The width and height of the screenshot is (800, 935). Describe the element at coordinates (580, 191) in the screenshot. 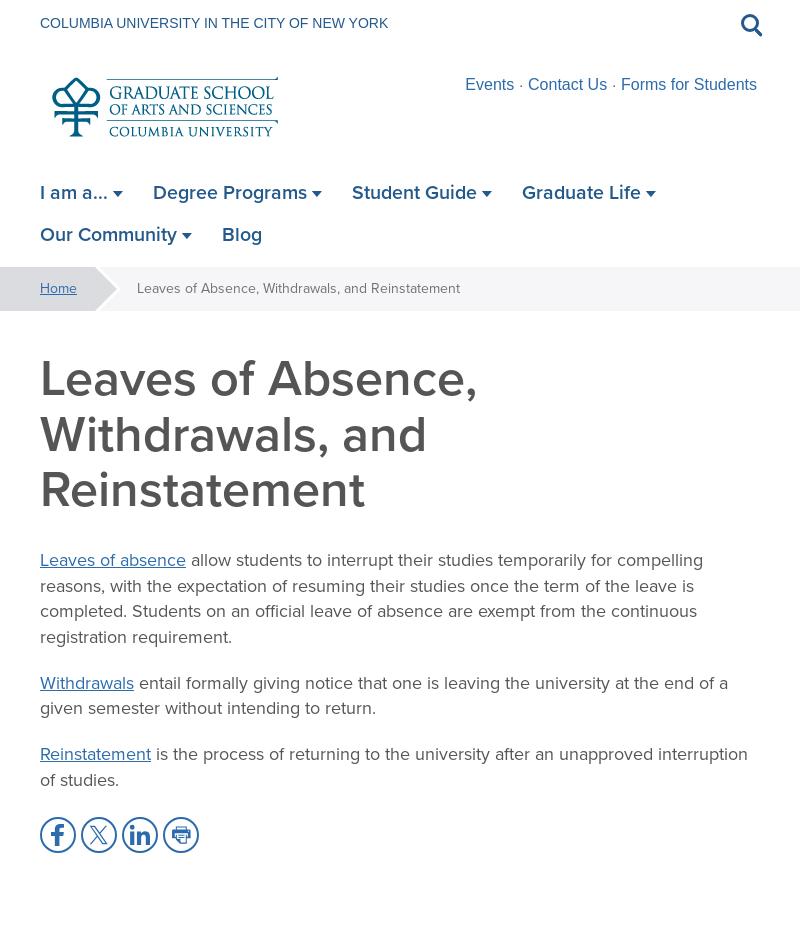

I see `'Graduate Life'` at that location.